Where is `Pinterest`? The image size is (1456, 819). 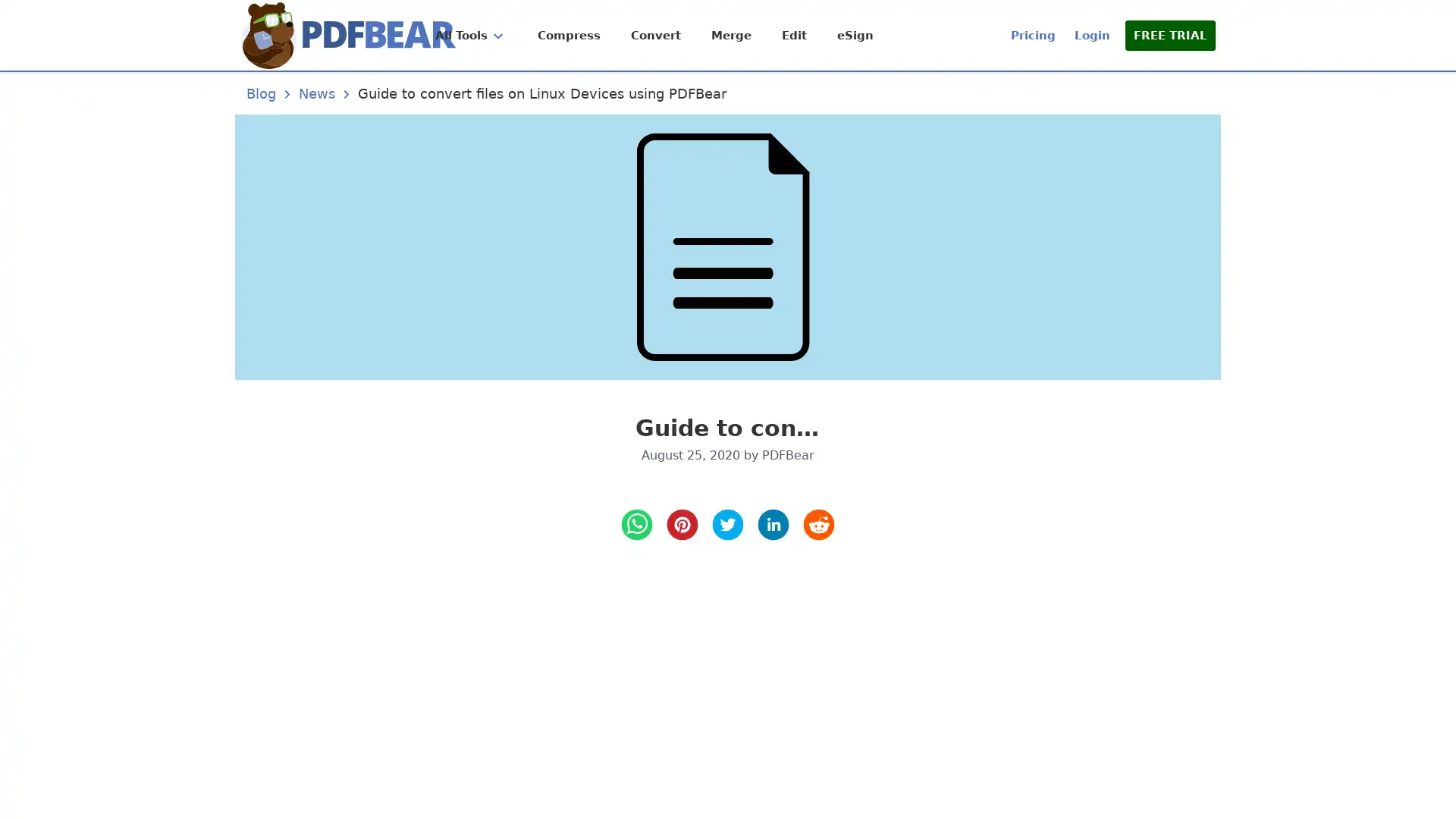
Pinterest is located at coordinates (682, 523).